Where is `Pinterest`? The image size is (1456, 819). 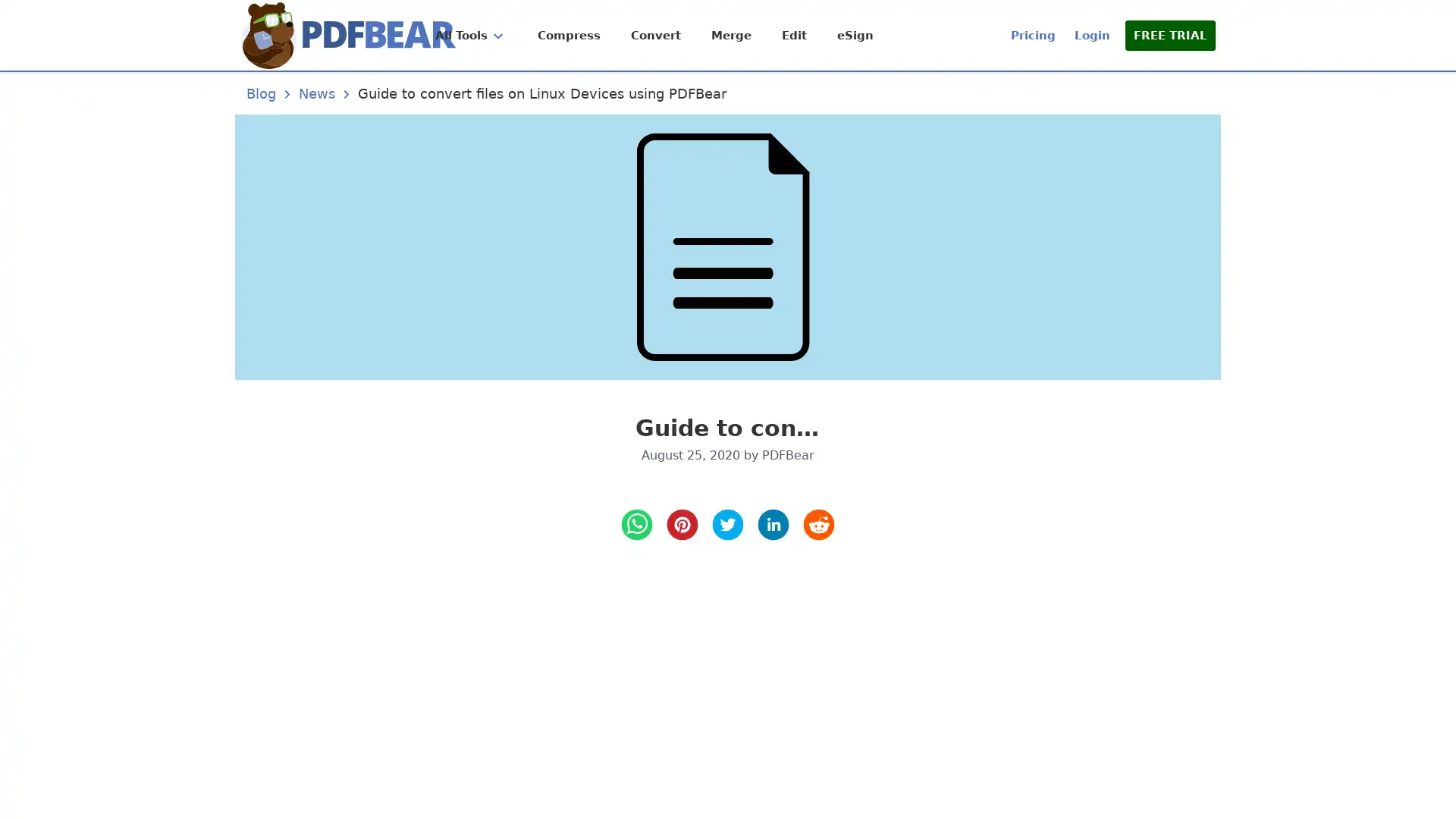
Pinterest is located at coordinates (682, 523).